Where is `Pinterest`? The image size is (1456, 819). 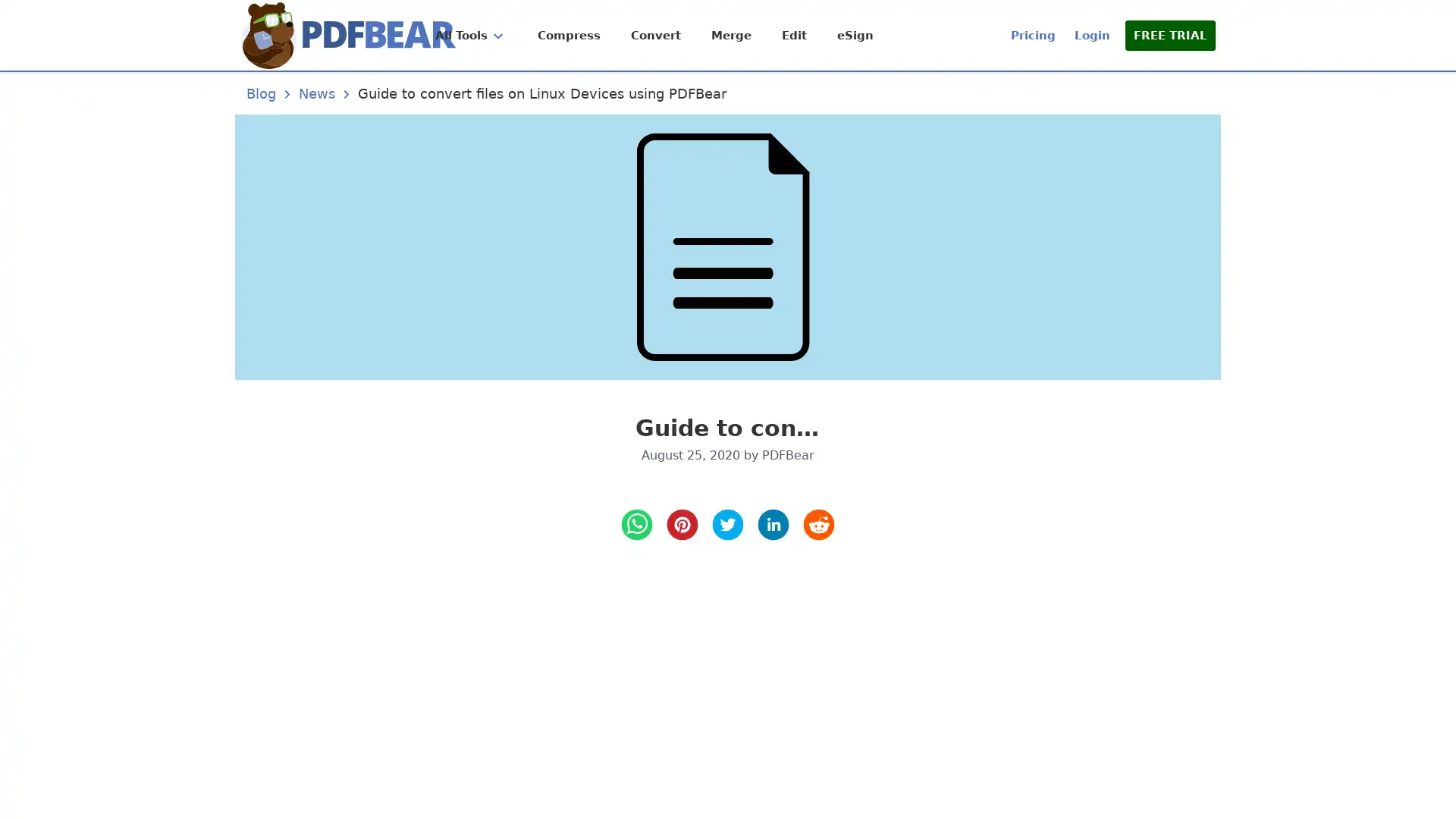
Pinterest is located at coordinates (682, 523).